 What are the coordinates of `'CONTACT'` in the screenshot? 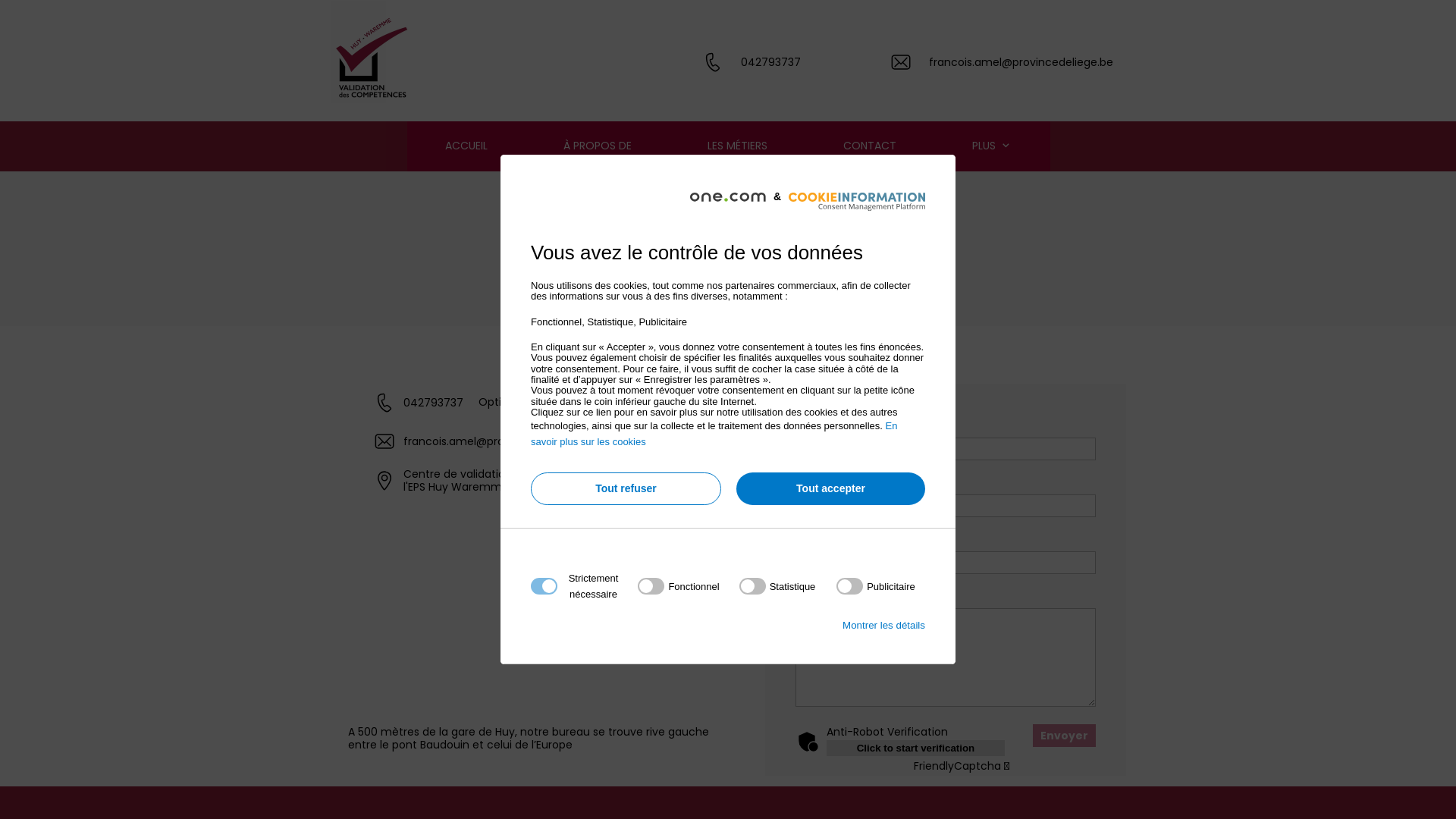 It's located at (870, 146).